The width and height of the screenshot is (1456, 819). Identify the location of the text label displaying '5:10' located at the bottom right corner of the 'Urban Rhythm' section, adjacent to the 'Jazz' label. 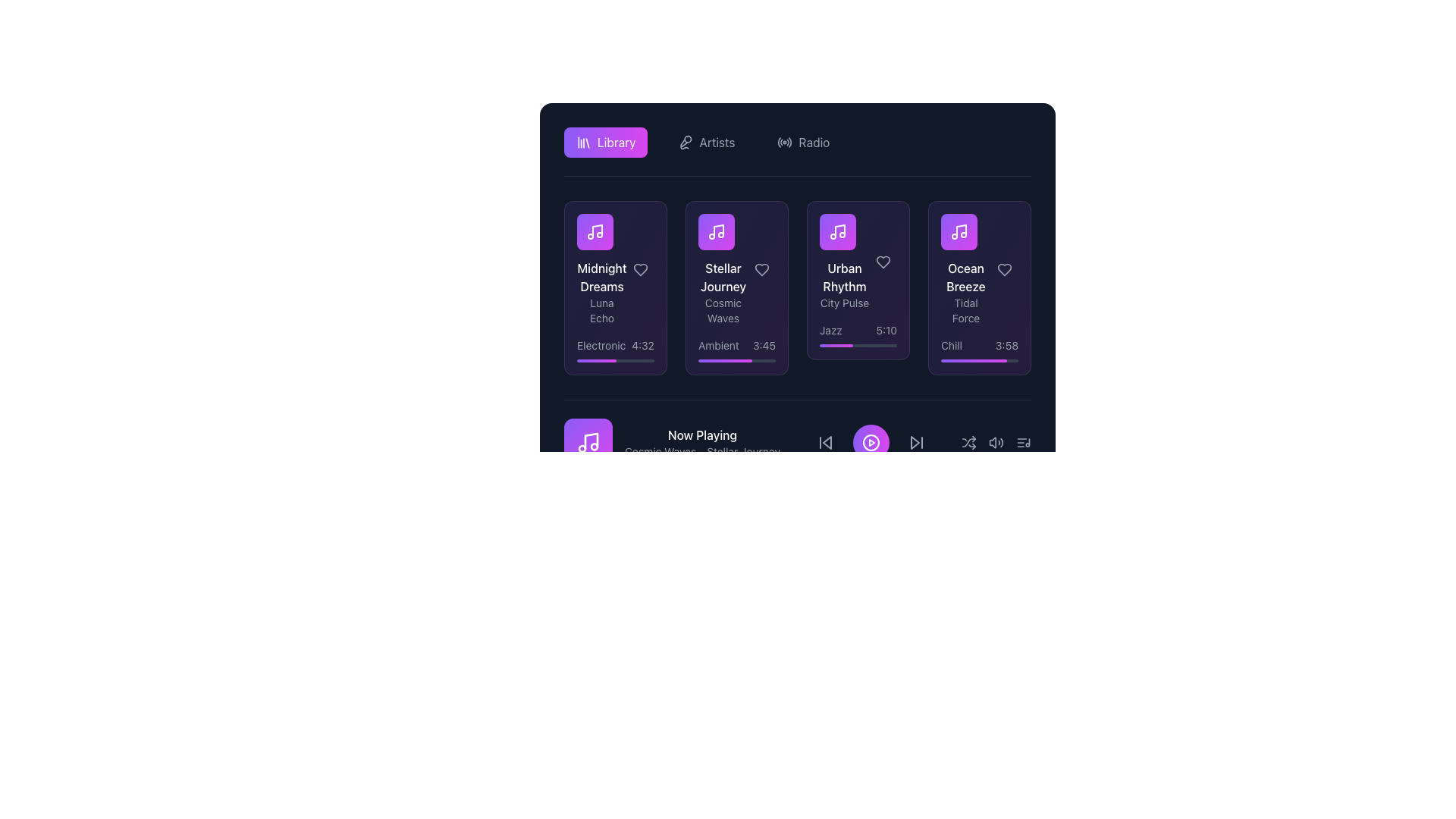
(886, 329).